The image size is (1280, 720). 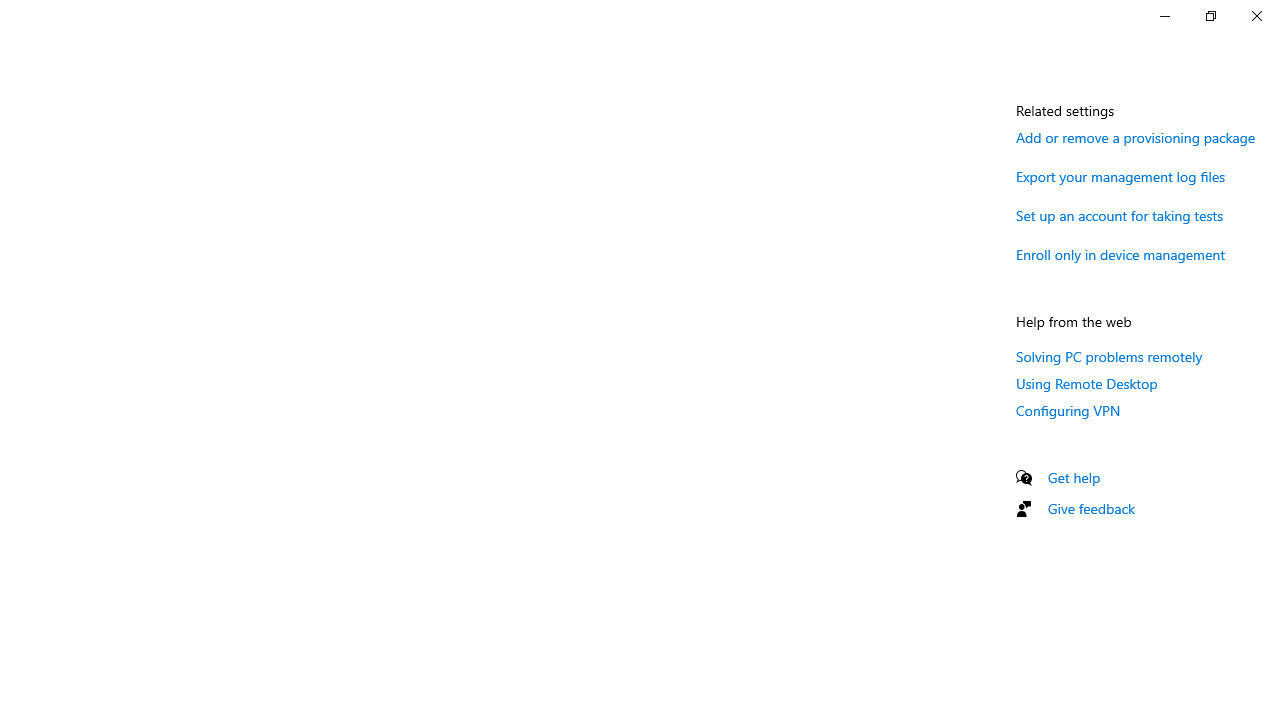 I want to click on 'Using Remote Desktop', so click(x=1086, y=383).